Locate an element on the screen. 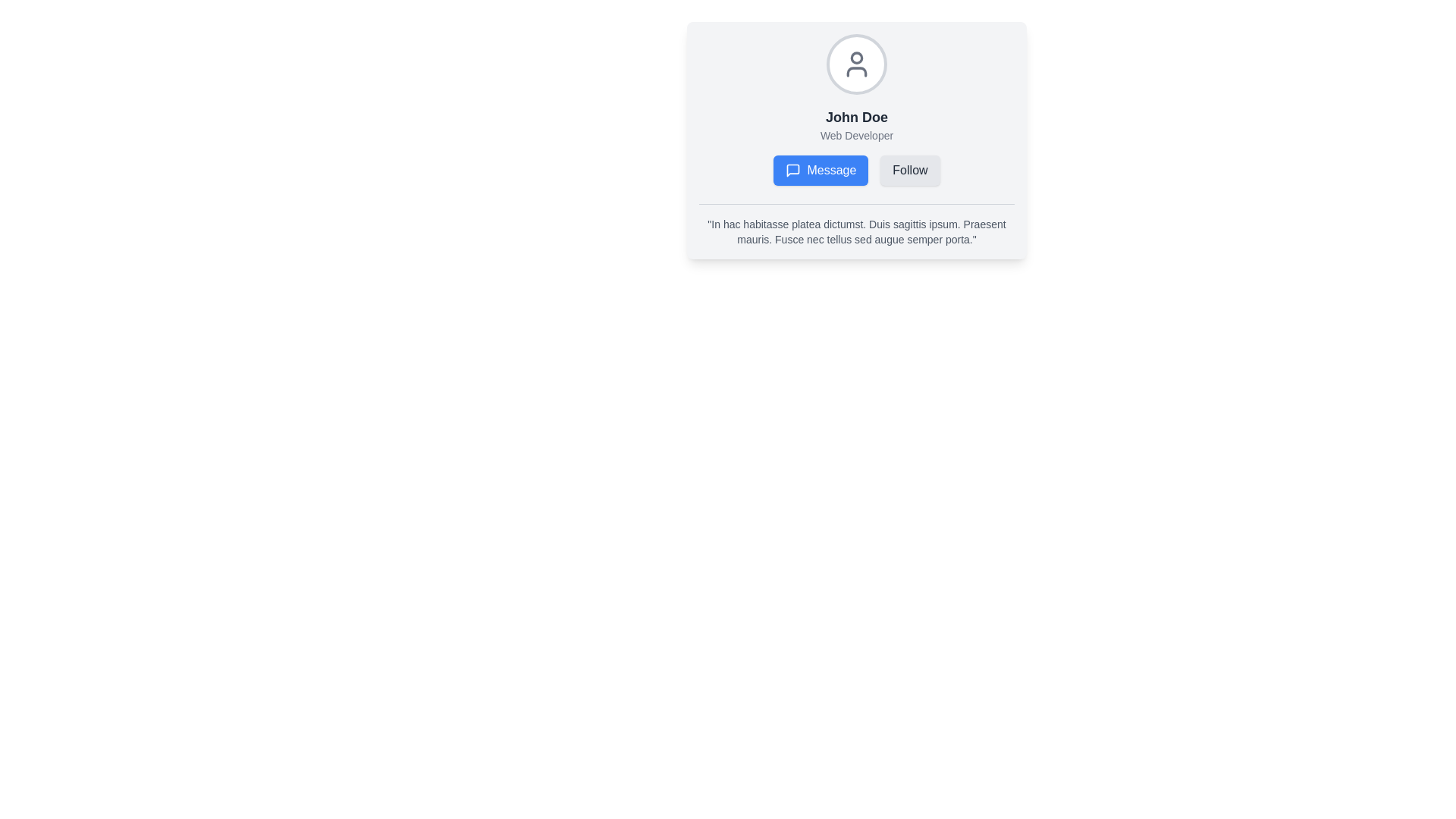 The image size is (1456, 819). the Static Text indicating the profession of the individual, which is located beneath 'John Doe' and above the 'Message' and 'Follow' buttons is located at coordinates (856, 134).